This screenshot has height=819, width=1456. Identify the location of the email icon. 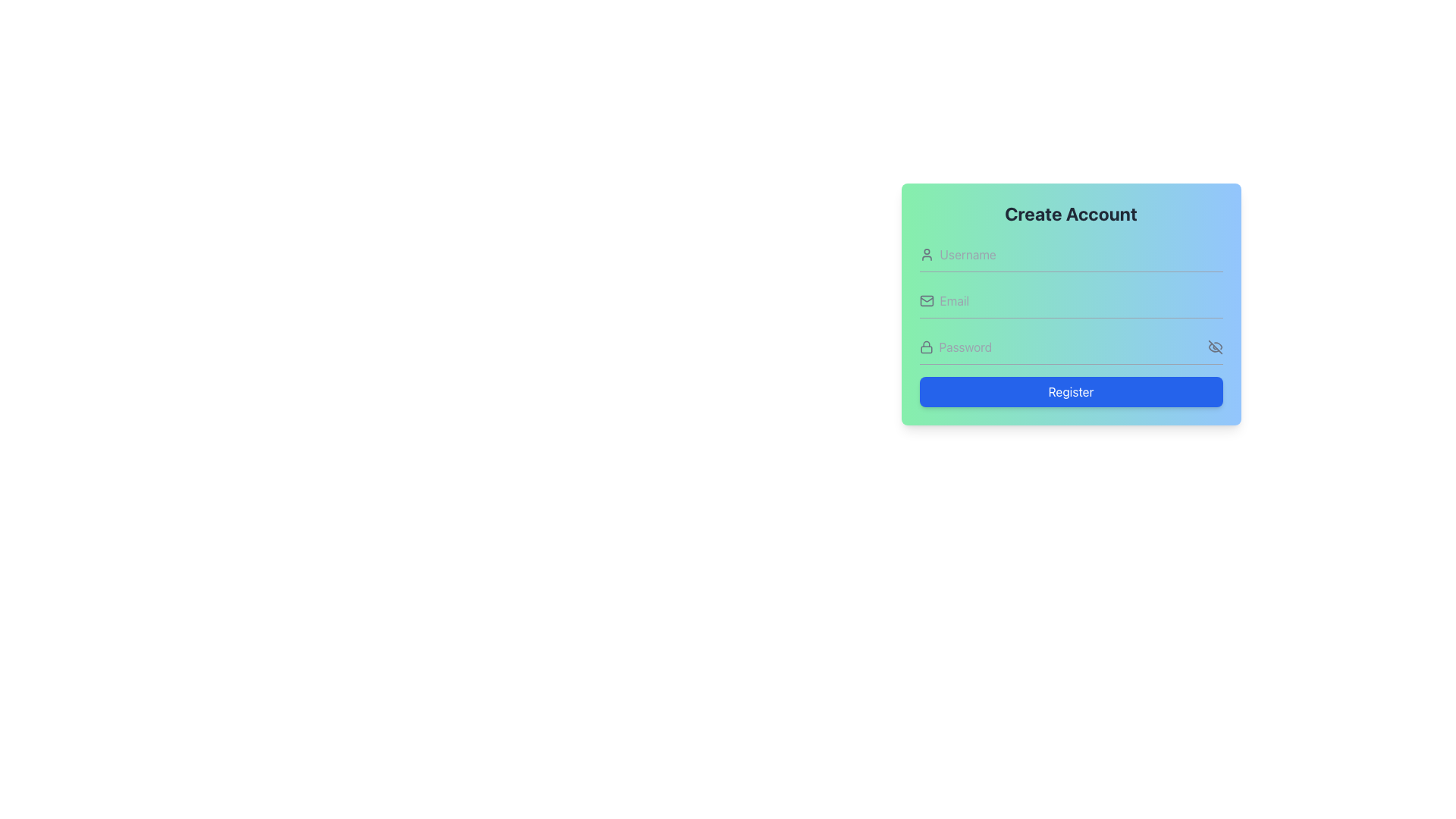
(926, 301).